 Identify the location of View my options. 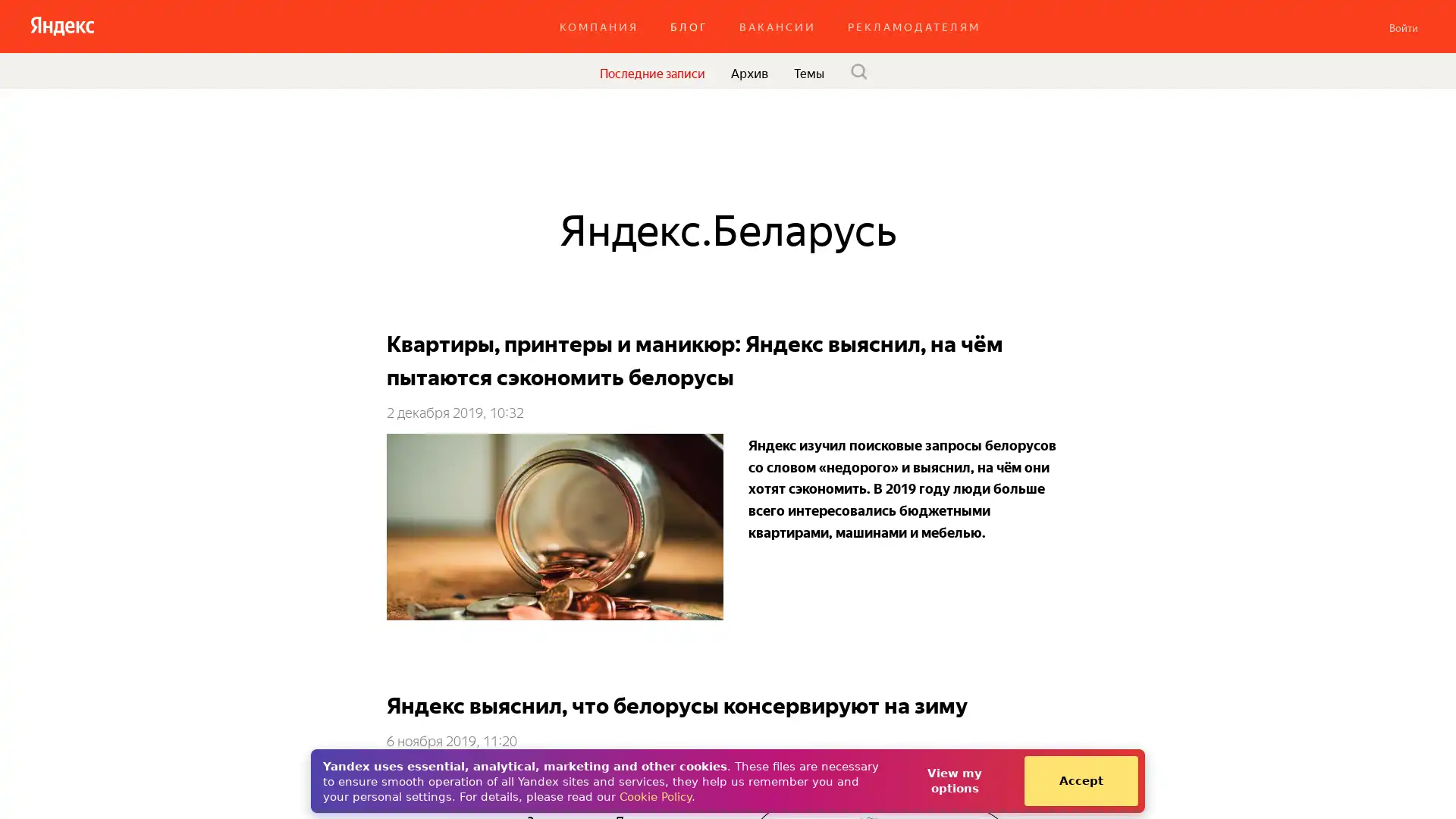
(953, 780).